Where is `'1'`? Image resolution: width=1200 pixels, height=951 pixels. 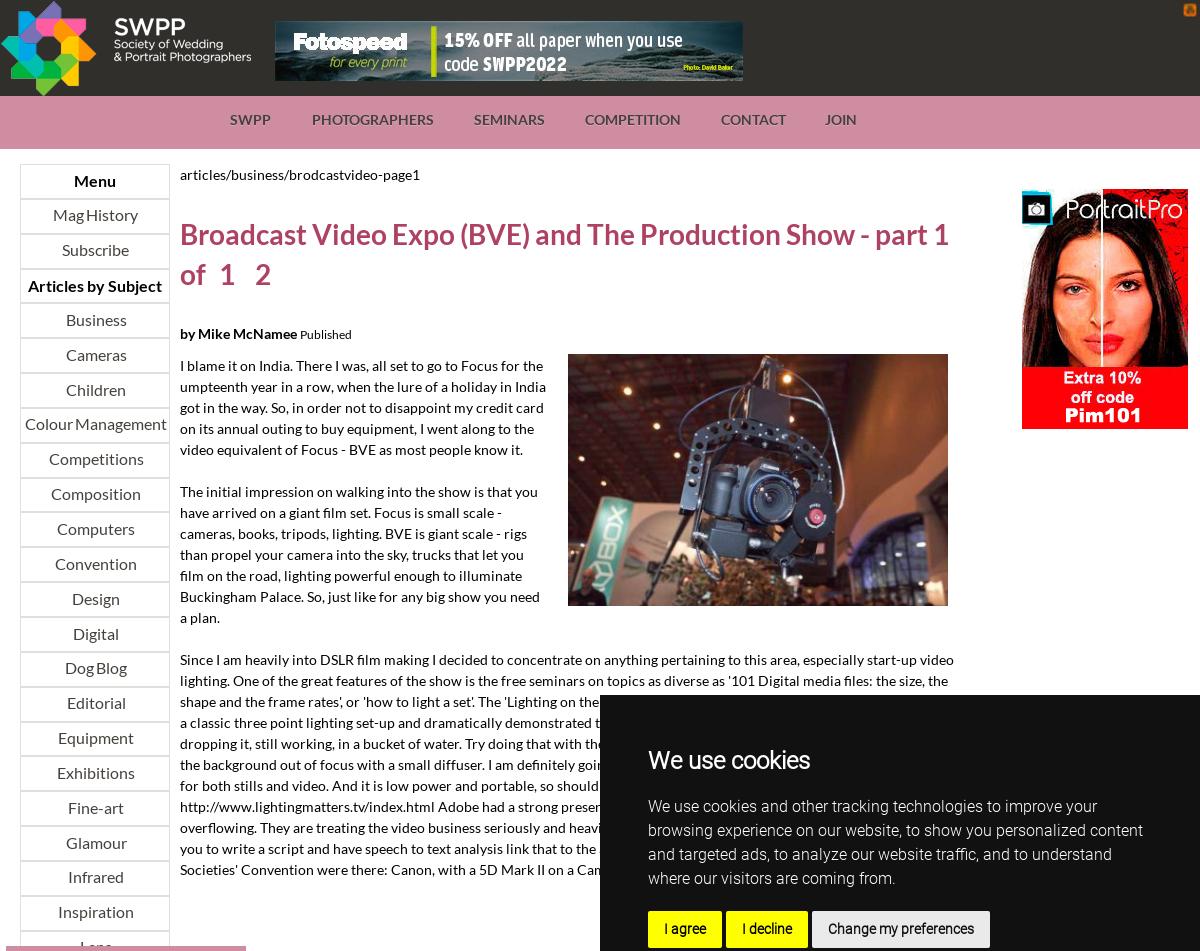
'1' is located at coordinates (224, 273).